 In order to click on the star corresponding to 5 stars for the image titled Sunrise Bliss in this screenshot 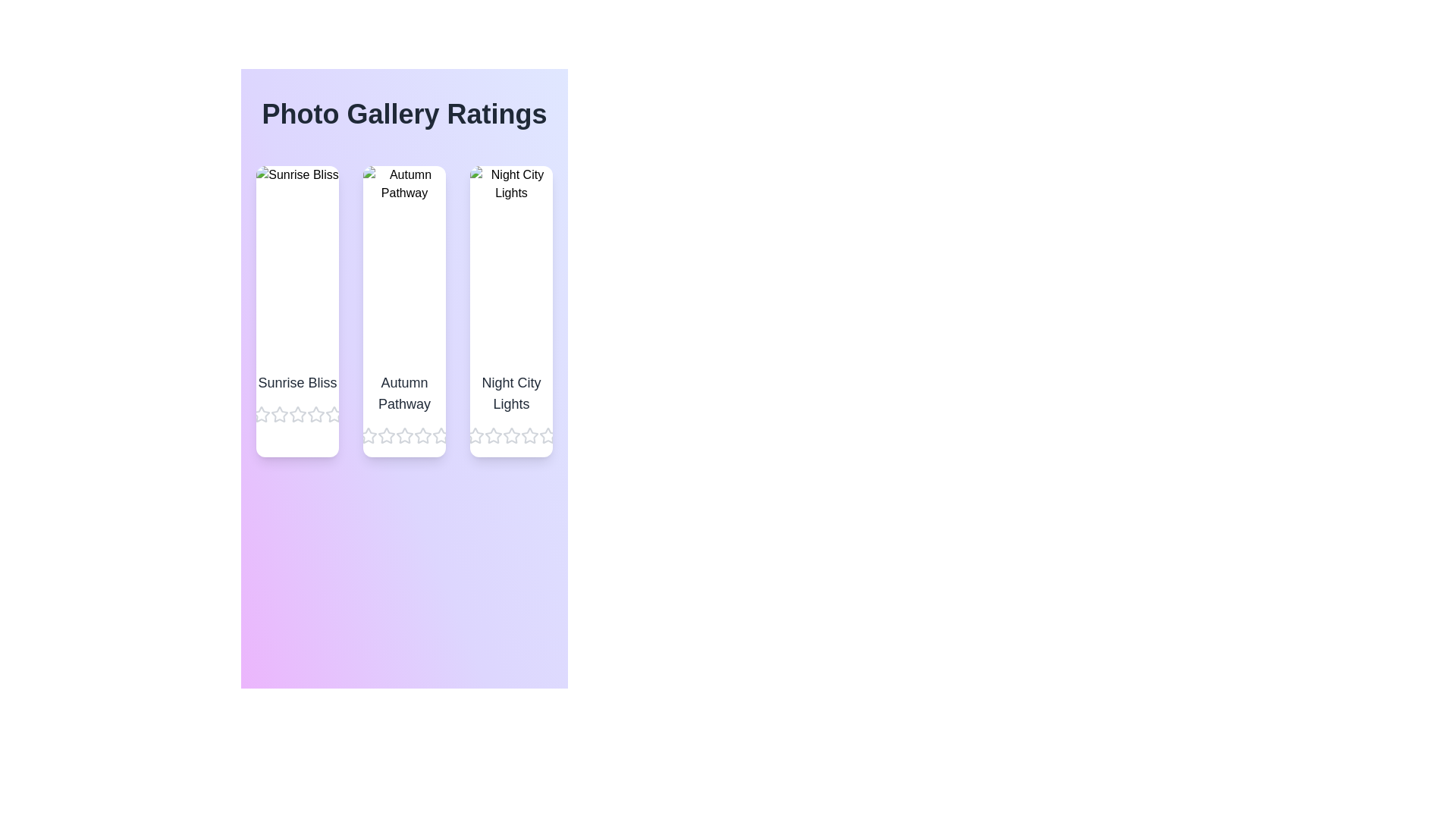, I will do `click(333, 415)`.